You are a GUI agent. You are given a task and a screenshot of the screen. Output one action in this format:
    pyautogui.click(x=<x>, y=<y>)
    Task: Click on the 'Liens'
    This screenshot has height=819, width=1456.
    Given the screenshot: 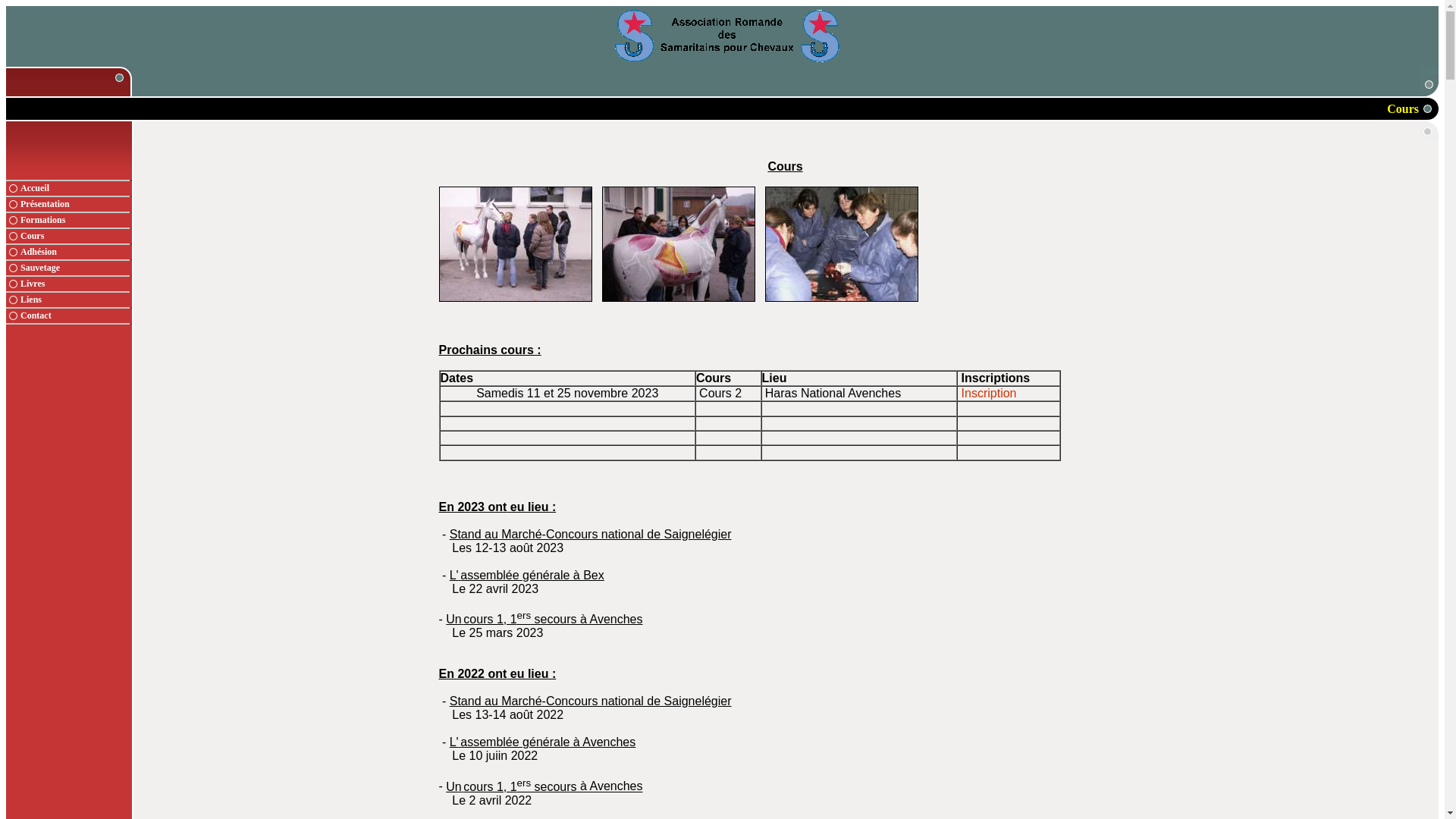 What is the action you would take?
    pyautogui.click(x=20, y=300)
    